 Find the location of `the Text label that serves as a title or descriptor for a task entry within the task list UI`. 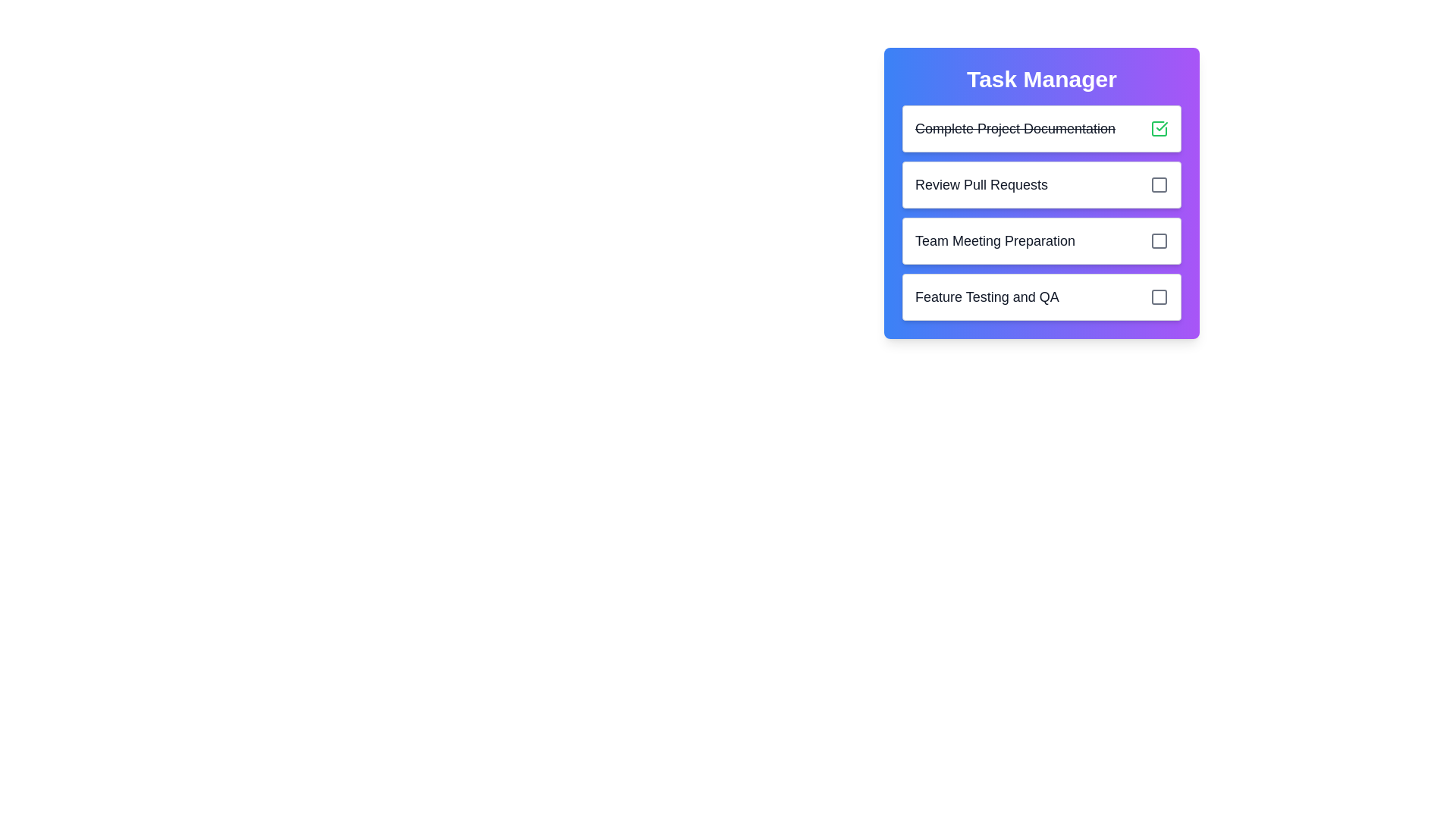

the Text label that serves as a title or descriptor for a task entry within the task list UI is located at coordinates (987, 297).